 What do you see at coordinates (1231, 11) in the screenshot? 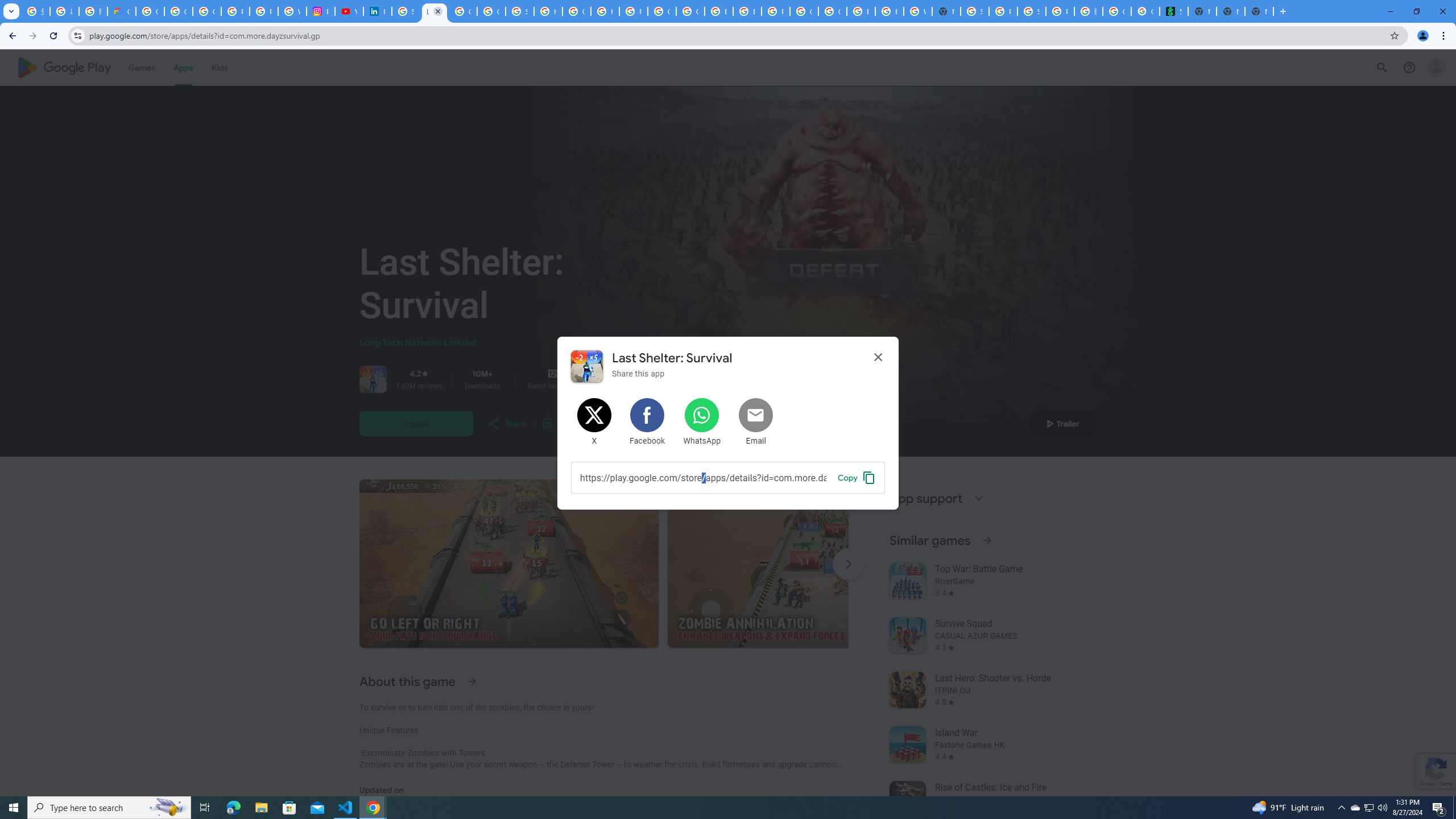
I see `'New Tab'` at bounding box center [1231, 11].